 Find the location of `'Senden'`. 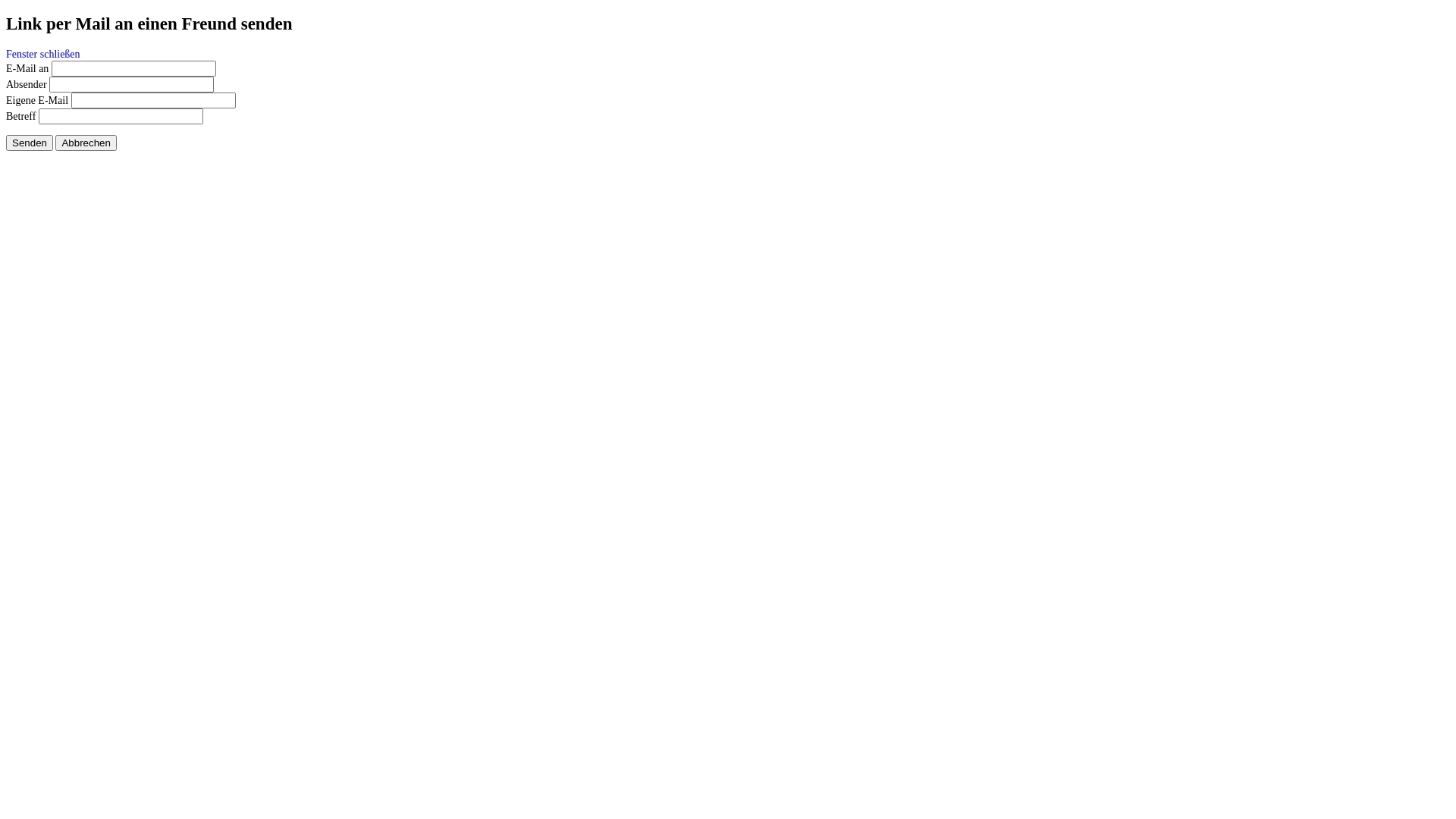

'Senden' is located at coordinates (29, 143).